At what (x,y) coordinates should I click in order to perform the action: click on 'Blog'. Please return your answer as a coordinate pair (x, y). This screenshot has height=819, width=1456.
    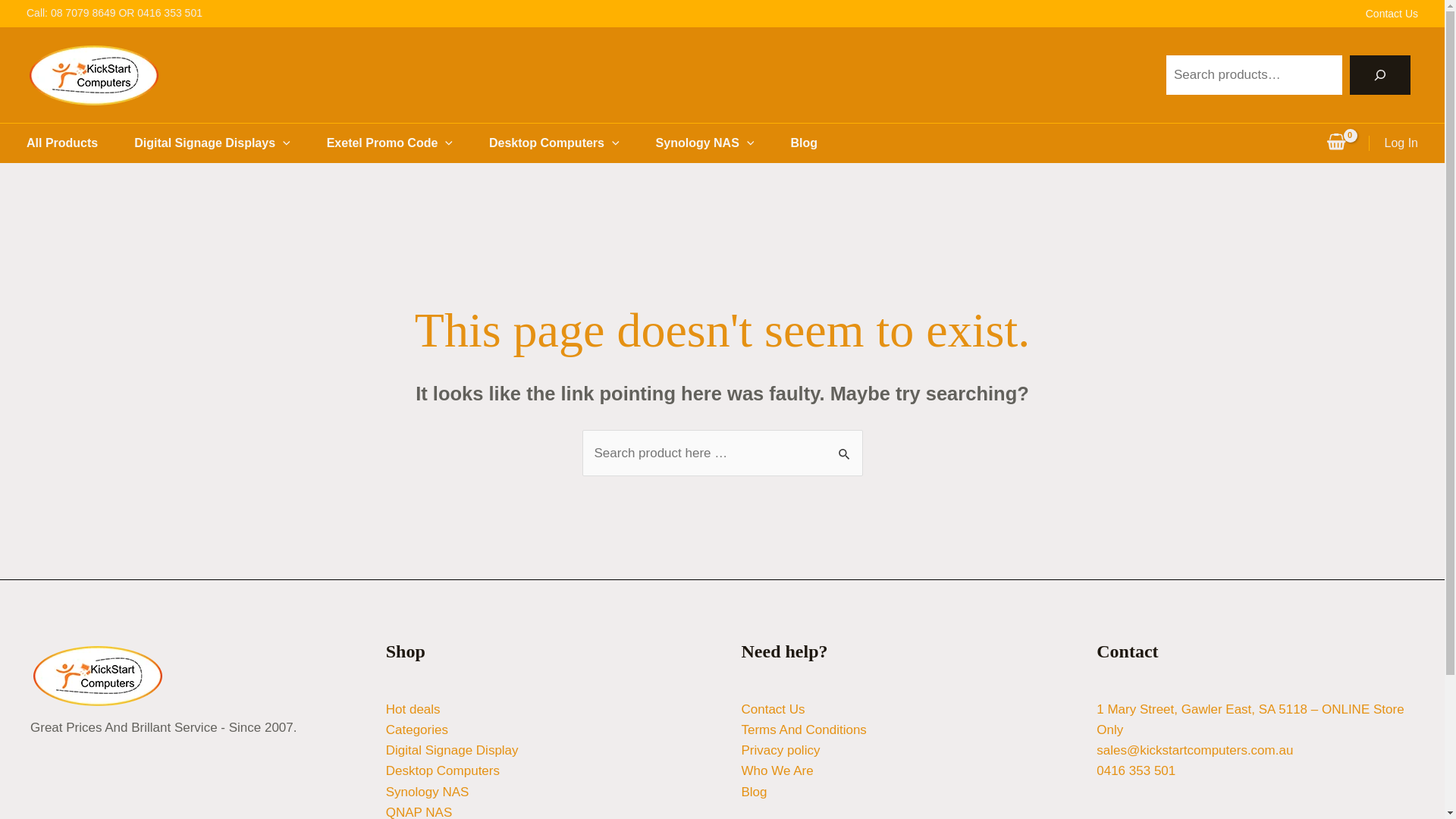
    Looking at the image, I should click on (754, 791).